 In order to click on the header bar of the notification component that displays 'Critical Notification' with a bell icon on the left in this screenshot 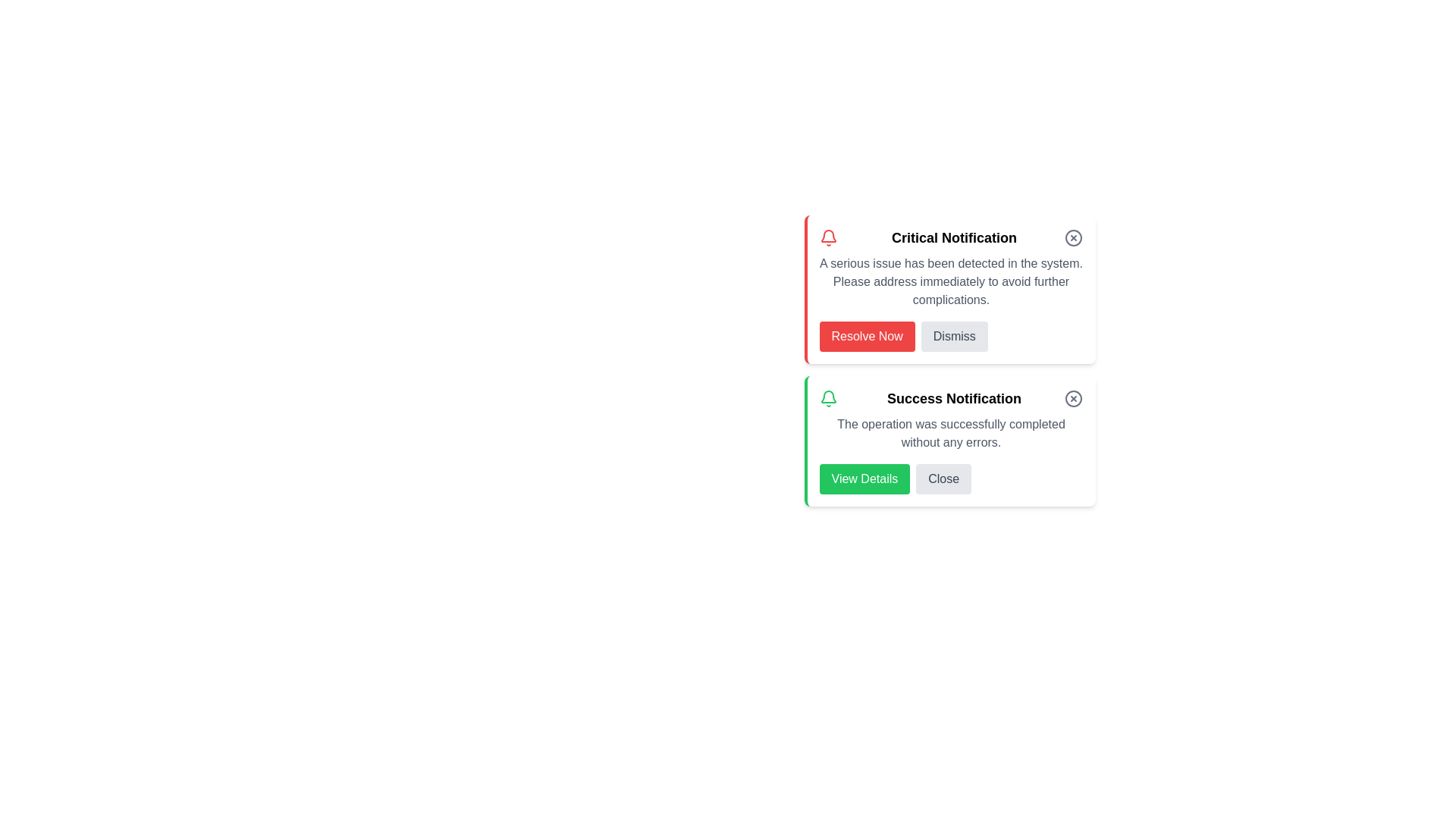, I will do `click(950, 237)`.